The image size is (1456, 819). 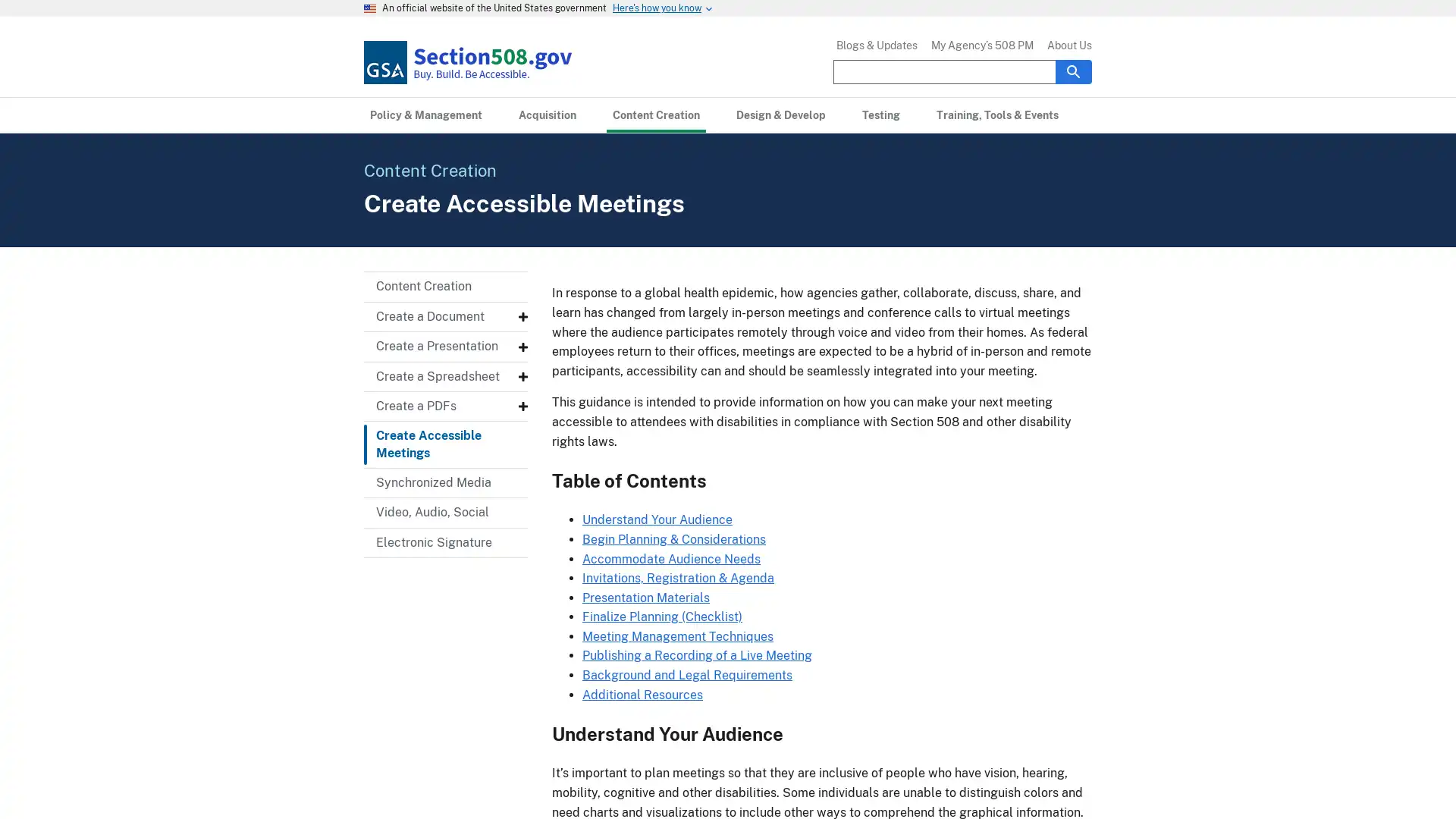 I want to click on Search, so click(x=1073, y=71).